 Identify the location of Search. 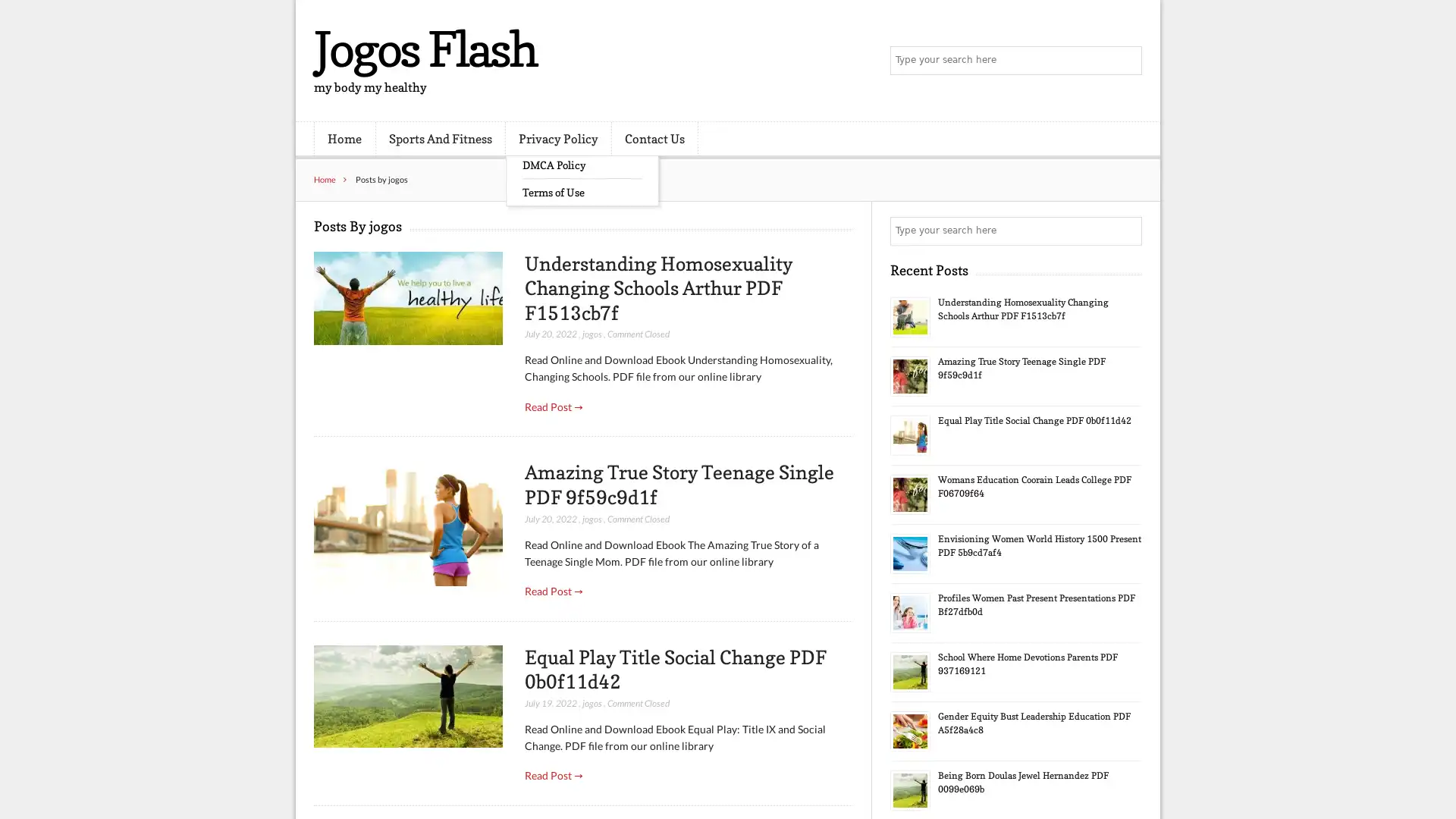
(1126, 61).